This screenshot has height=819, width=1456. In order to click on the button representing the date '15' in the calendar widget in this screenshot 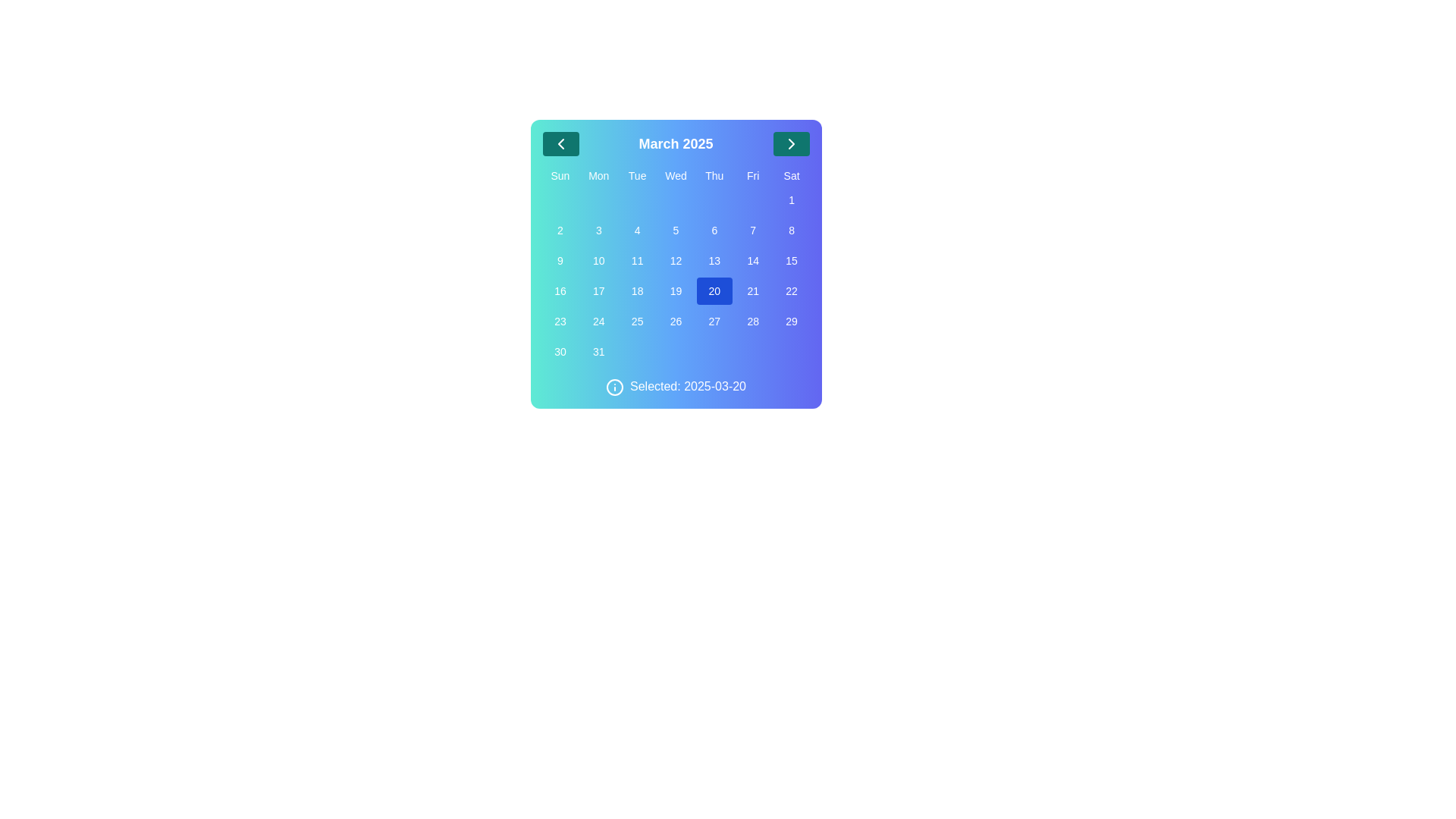, I will do `click(791, 259)`.